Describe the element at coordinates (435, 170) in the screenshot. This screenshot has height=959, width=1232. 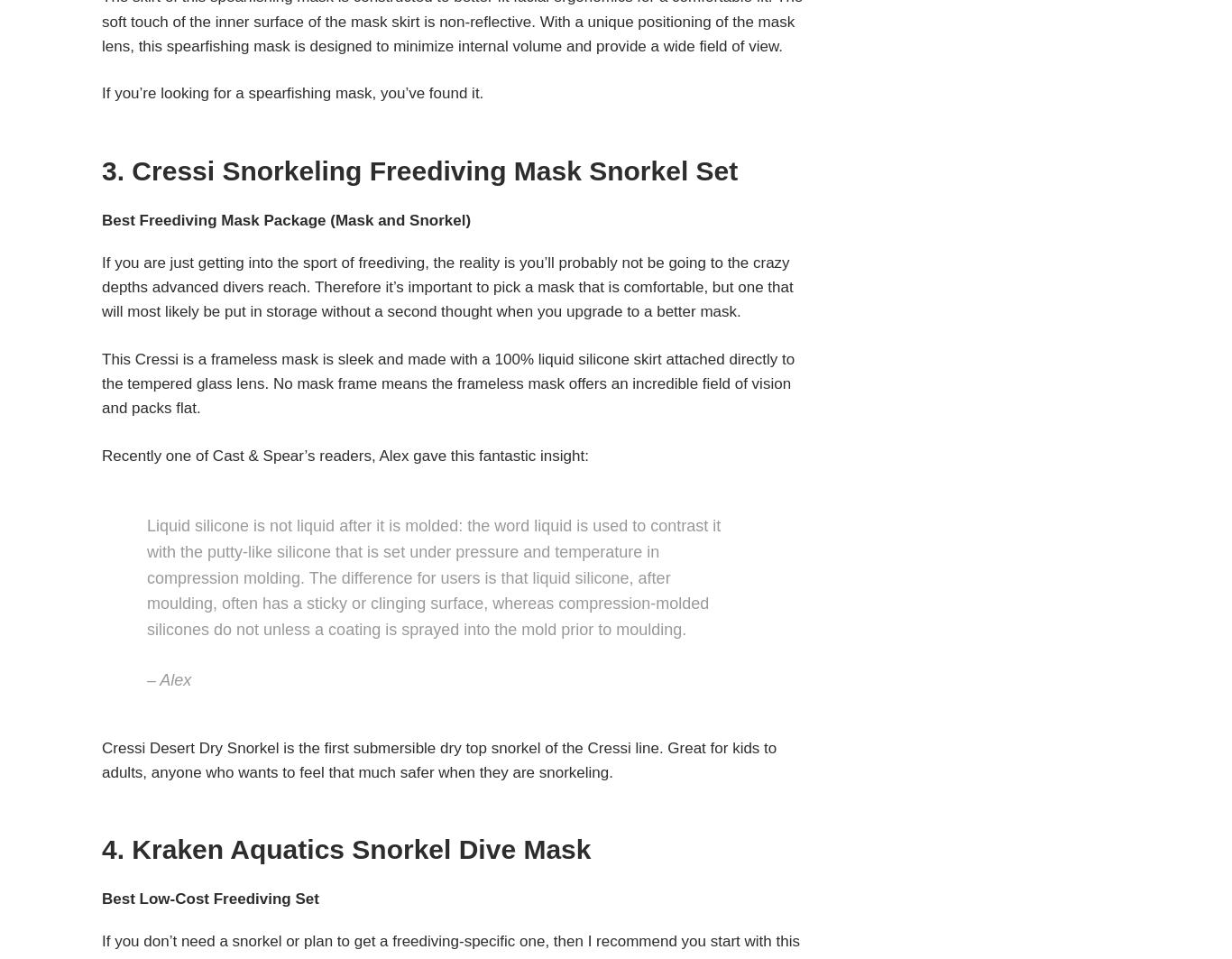
I see `'Cressi Snorkeling Freediving Mask Snorkel Set'` at that location.